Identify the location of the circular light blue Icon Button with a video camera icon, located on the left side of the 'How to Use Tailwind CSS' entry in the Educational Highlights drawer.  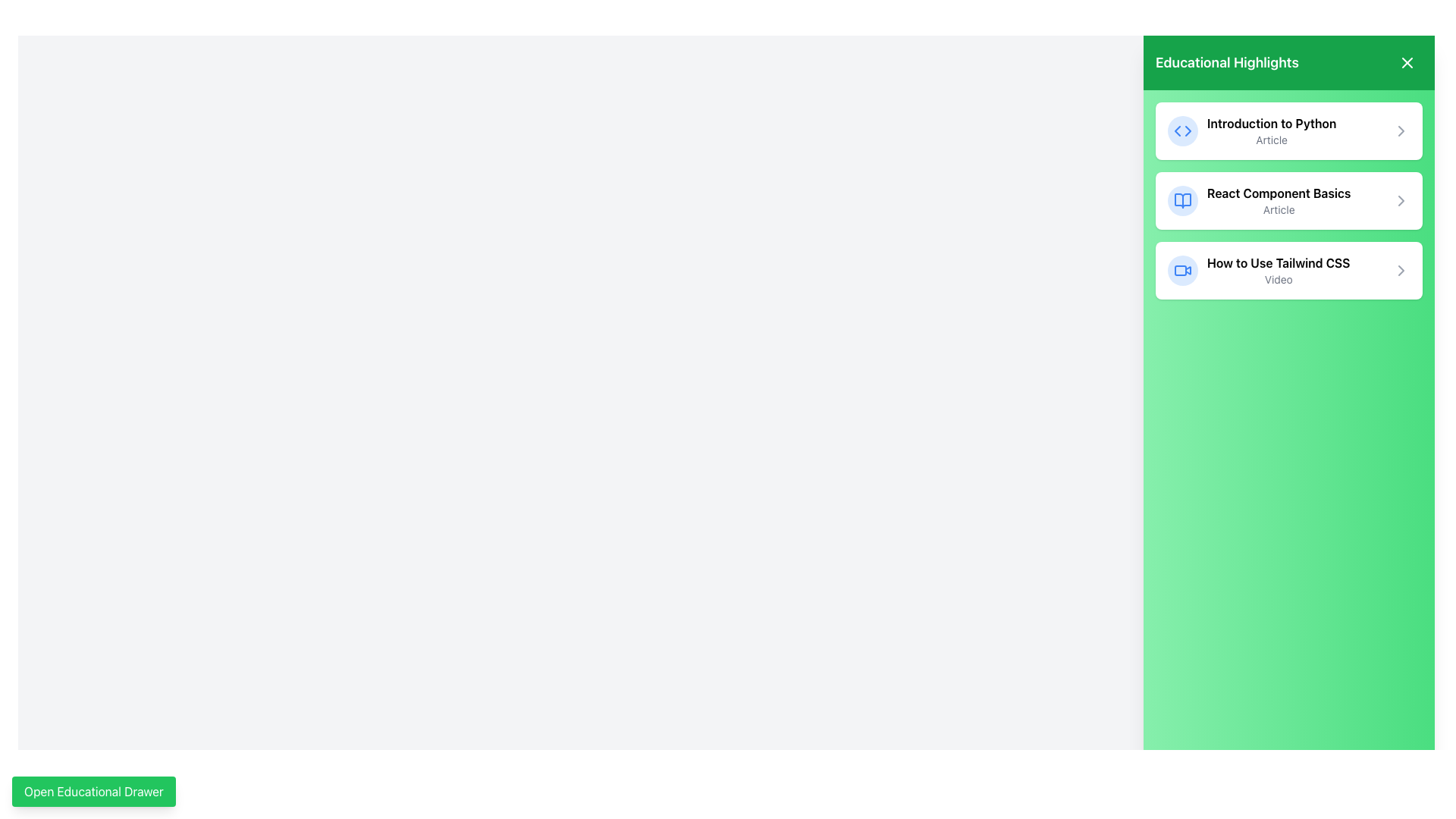
(1182, 270).